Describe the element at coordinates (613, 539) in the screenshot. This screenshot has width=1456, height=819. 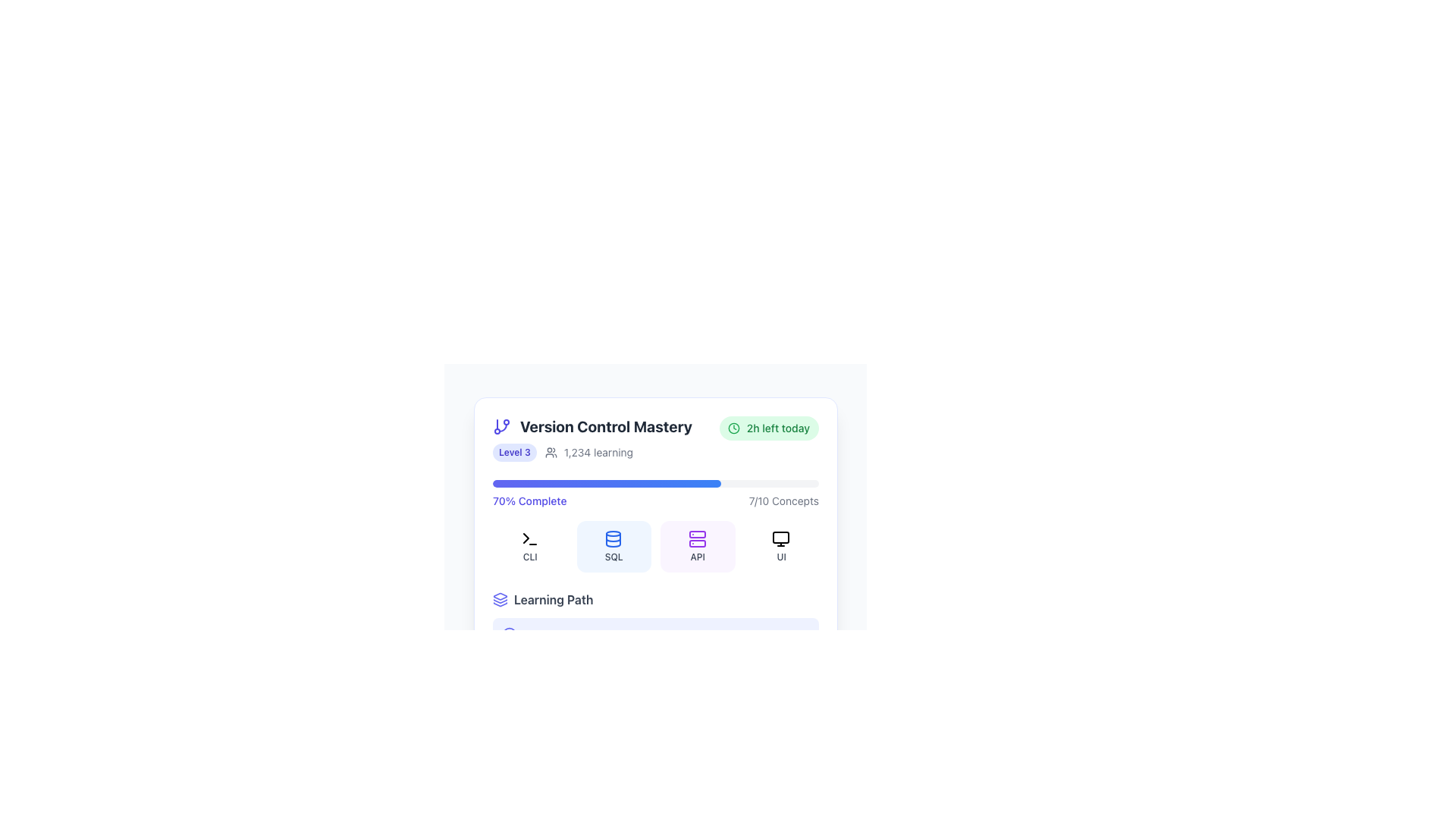
I see `the decorative SQL icon located beneath the progress indicator in the Version Control Mastery card, which is the second icon from the left in a group of technical concept icons` at that location.